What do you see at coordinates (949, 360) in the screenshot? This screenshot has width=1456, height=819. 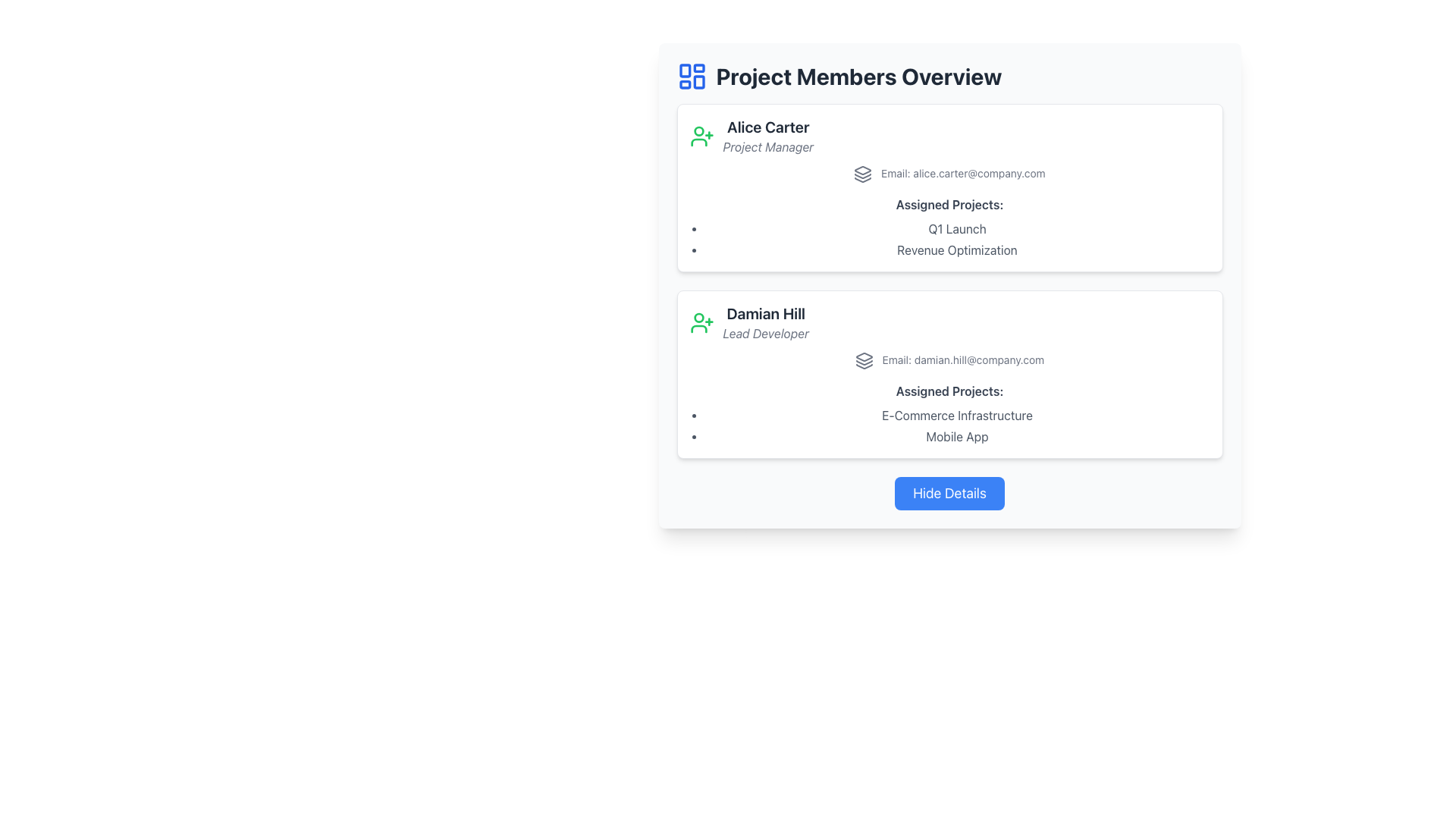 I see `displayed email address from the Text Display with Icon located in the 'Damian Hill' section, positioned below the title and role information` at bounding box center [949, 360].